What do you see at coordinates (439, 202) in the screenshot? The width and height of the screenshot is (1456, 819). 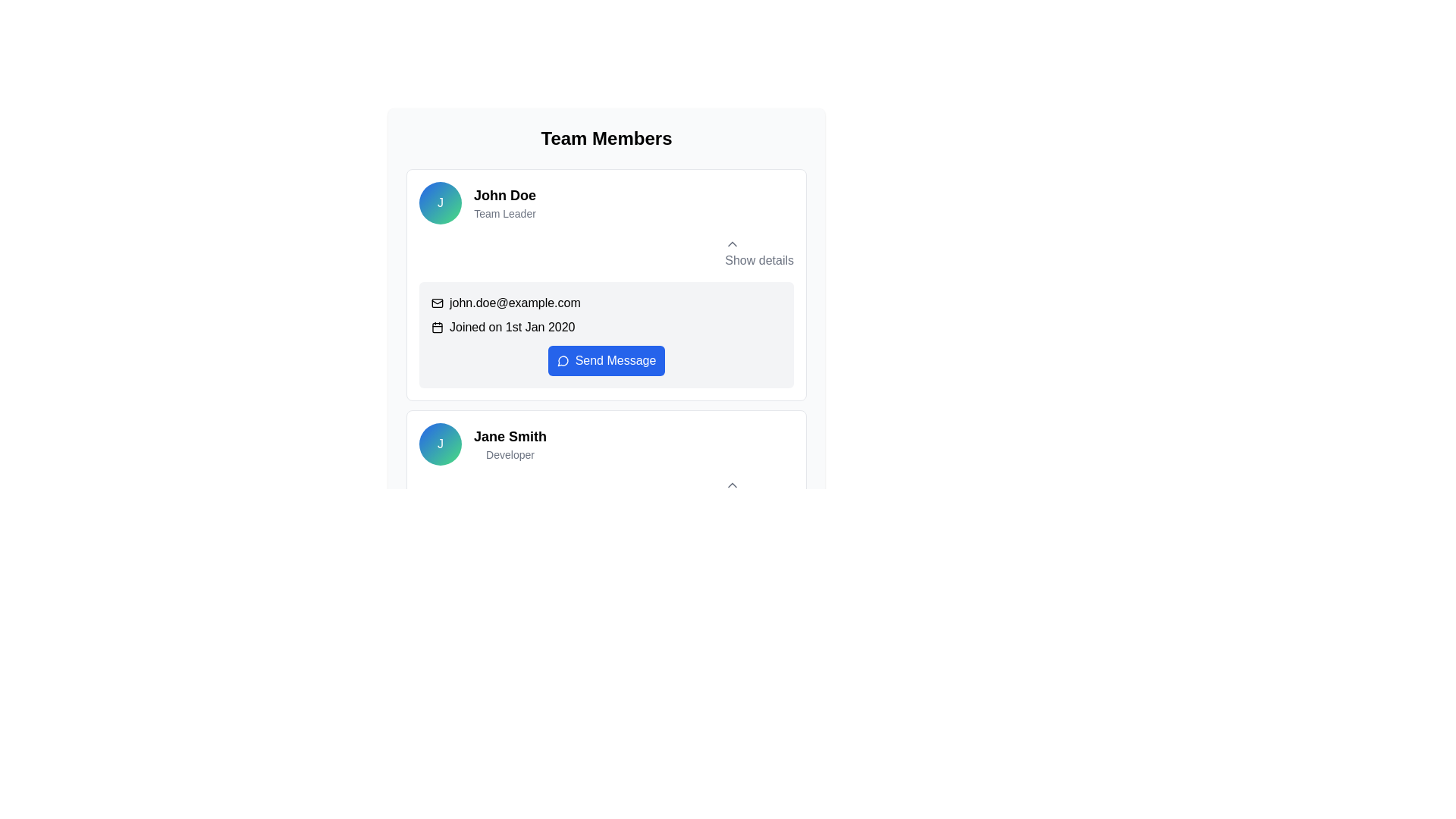 I see `the circular profile icon with a gradient background and the letter 'J' in white, which identifies 'John Doe' as 'Team Leader'` at bounding box center [439, 202].